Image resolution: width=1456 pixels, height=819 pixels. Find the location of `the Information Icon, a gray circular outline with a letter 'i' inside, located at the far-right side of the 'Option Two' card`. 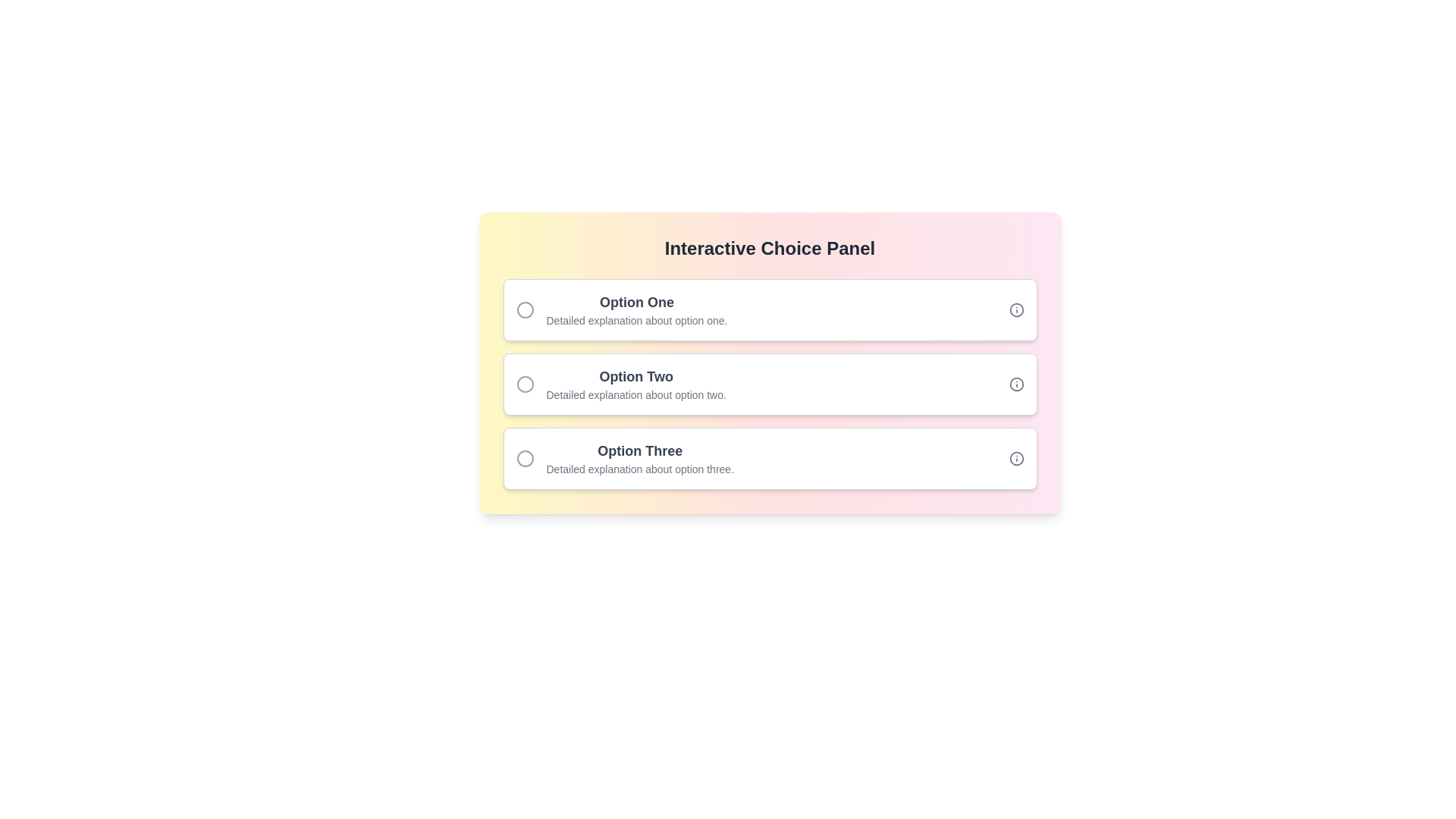

the Information Icon, a gray circular outline with a letter 'i' inside, located at the far-right side of the 'Option Two' card is located at coordinates (1016, 383).